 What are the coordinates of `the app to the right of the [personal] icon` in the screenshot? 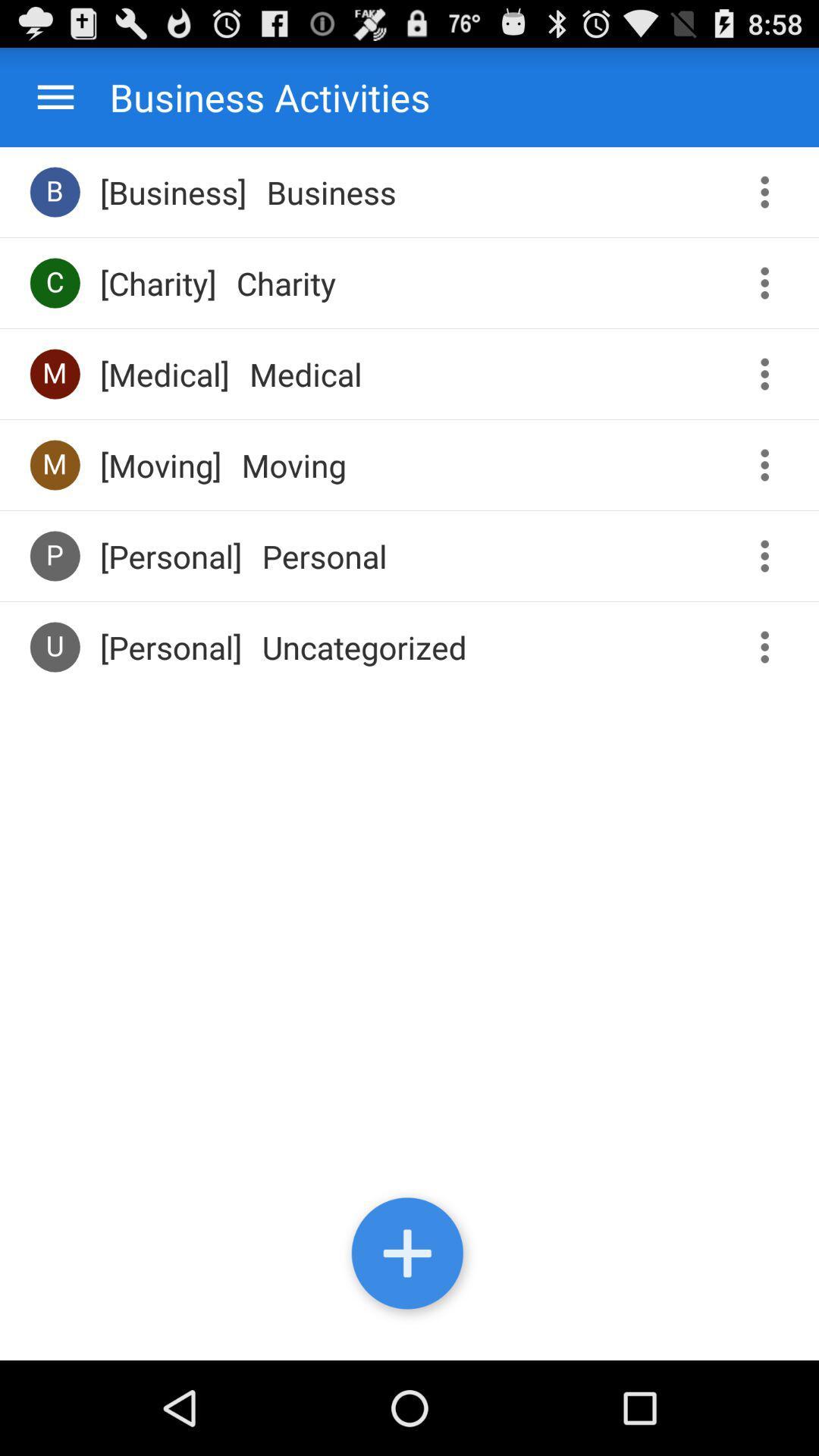 It's located at (364, 647).